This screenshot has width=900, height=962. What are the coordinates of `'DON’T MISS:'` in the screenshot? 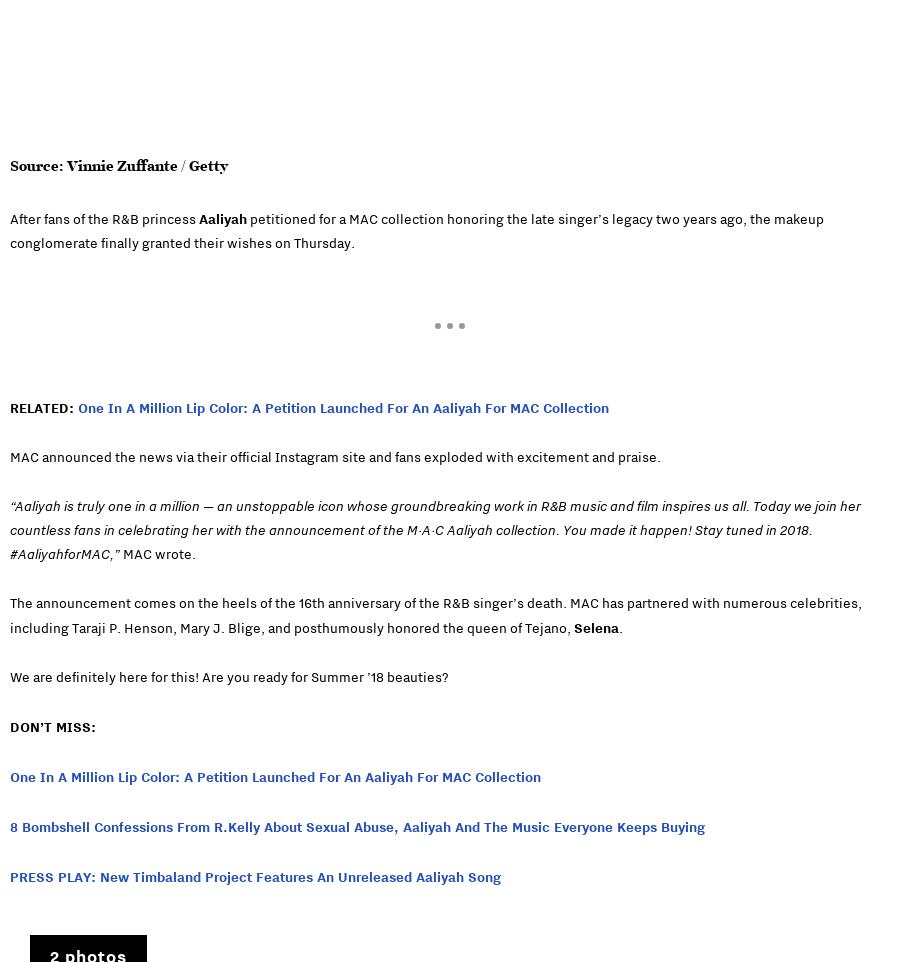 It's located at (8, 726).